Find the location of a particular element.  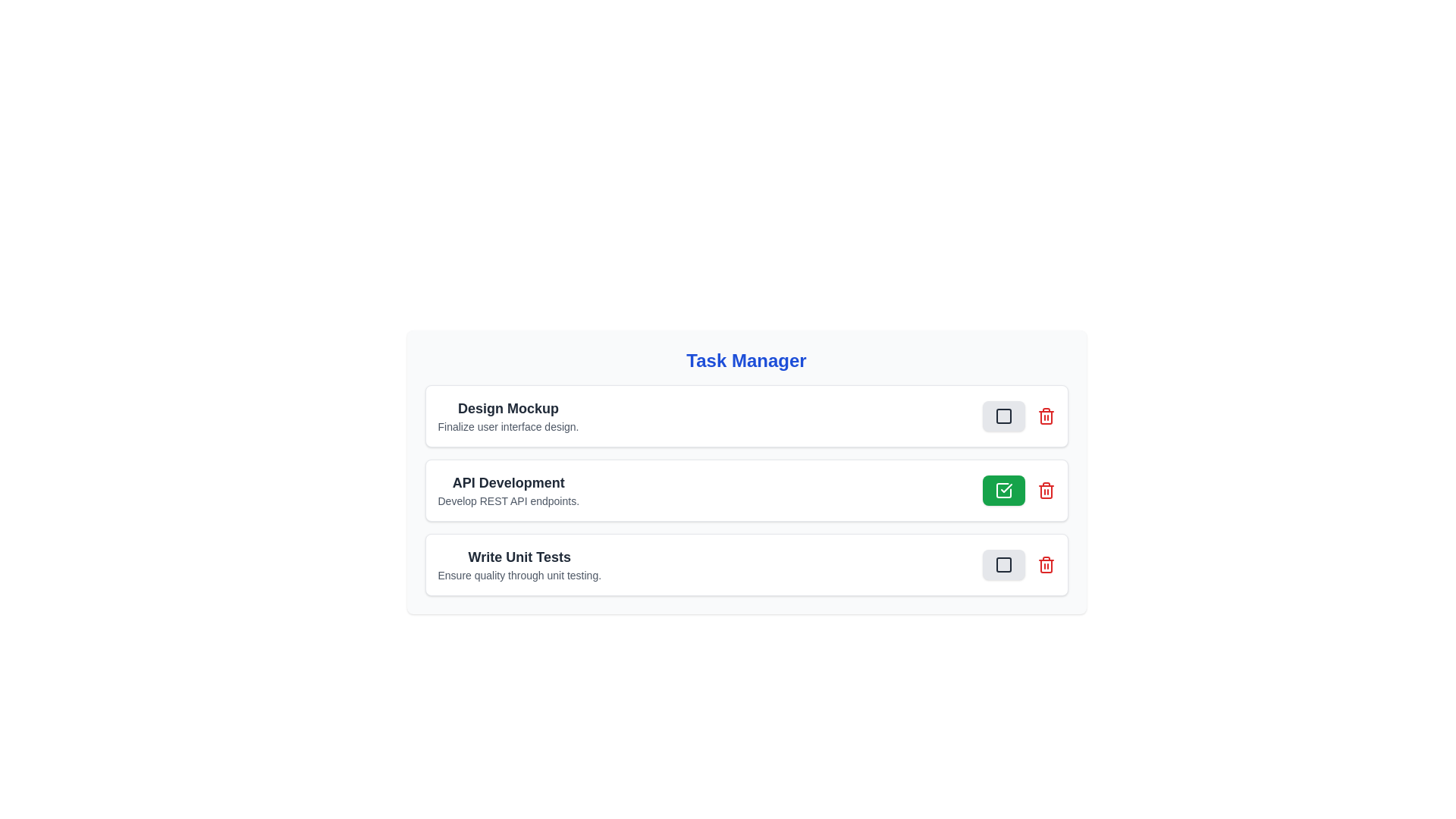

the task title of the second task card in the Task Manager is located at coordinates (746, 491).